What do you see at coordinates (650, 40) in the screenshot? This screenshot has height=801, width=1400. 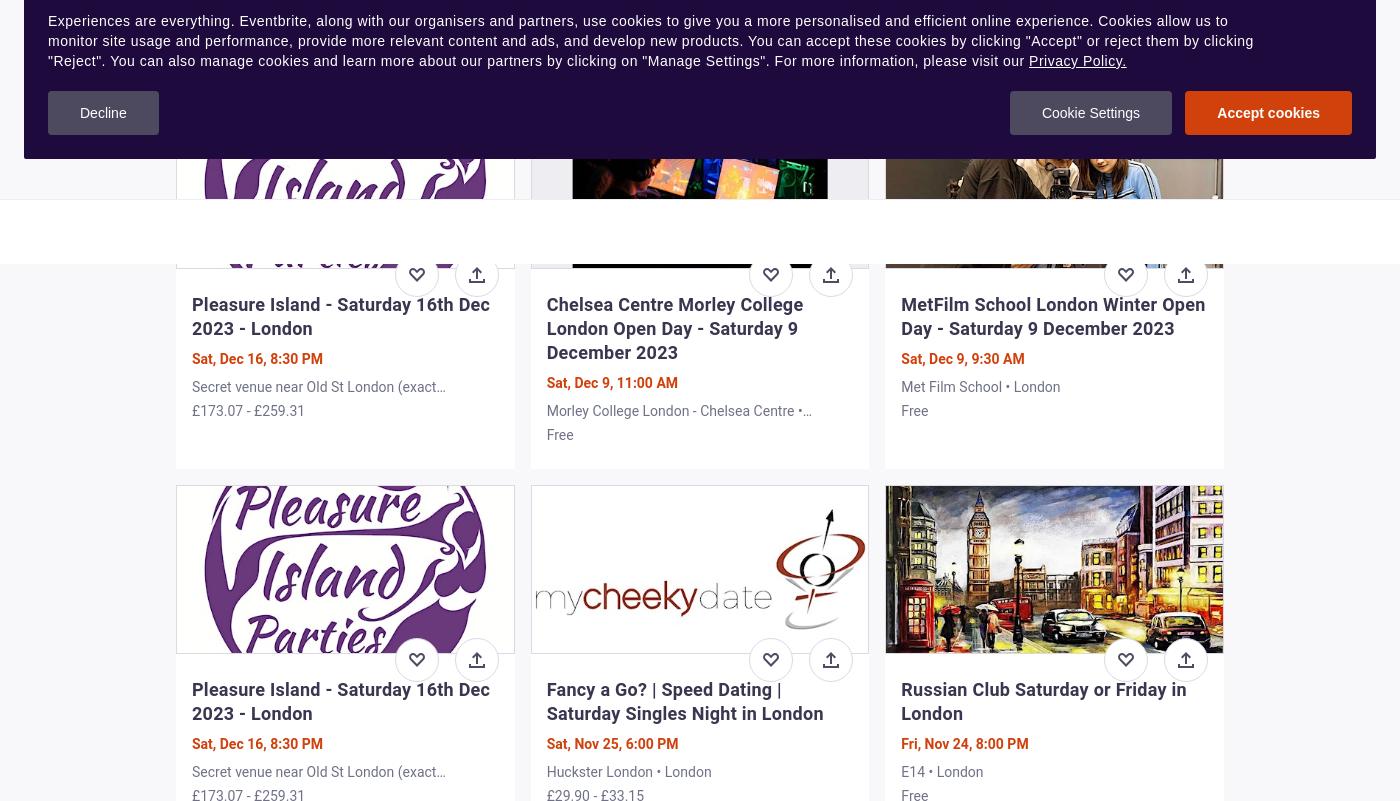 I see `'Experiences are everything. Eventbrite, along with our organisers and partners, use cookies to give you a more personalised and efficient online experience. Cookies allow us to monitor site usage and performance, provide more relevant content and ads, and develop new products. You can accept these cookies by clicking "Accept" or reject them by clicking "Reject". You can also manage cookies and learn more about our partners by clicking on "Manage Settings".  For more information, please visit our'` at bounding box center [650, 40].